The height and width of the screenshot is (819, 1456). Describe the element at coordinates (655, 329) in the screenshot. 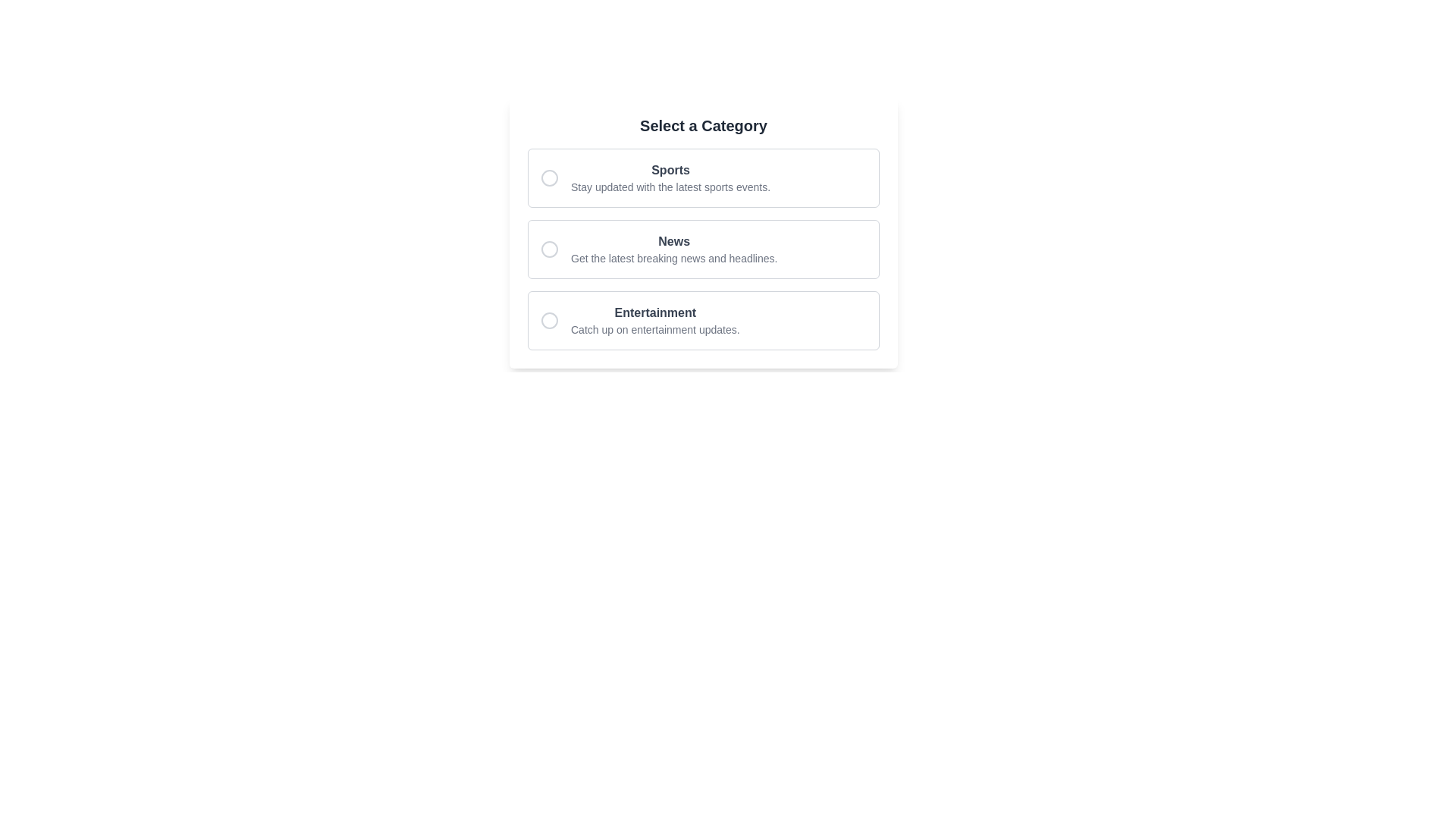

I see `the static descriptive text under the 'Entertainment' heading in the third option card of the vertically arranged list` at that location.